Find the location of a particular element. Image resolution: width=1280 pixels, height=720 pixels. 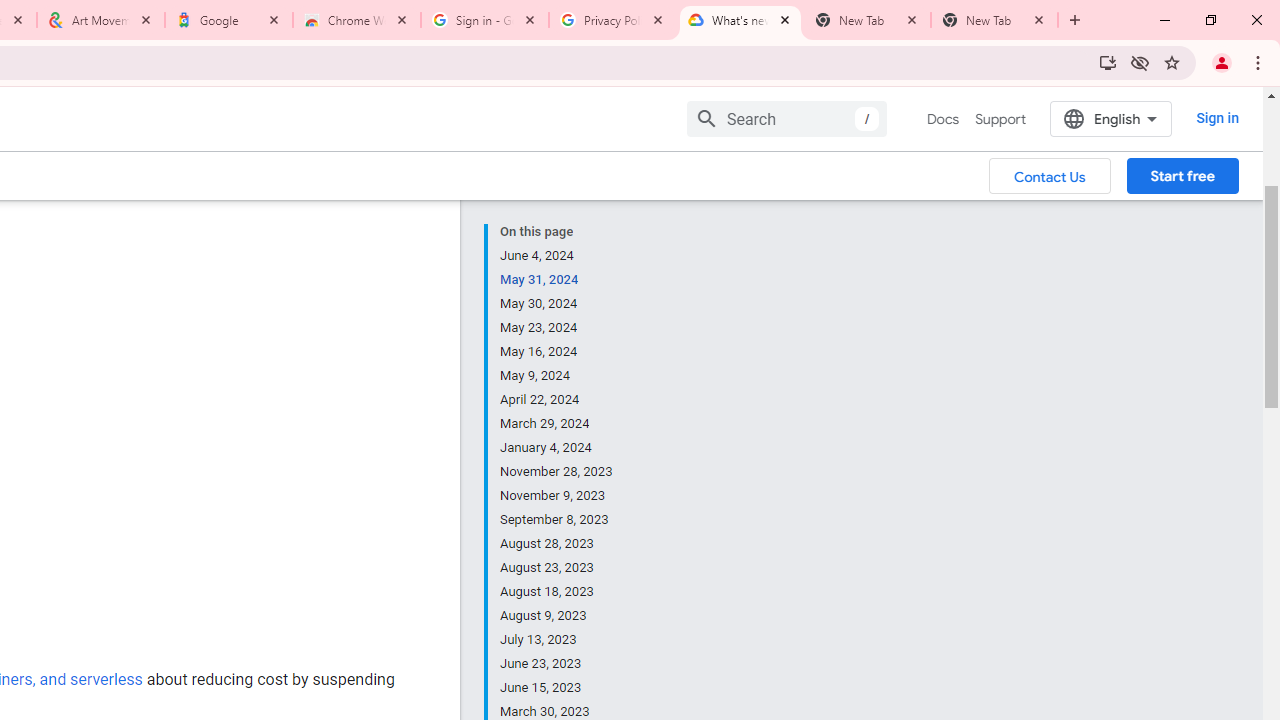

'Contact Us' is located at coordinates (1049, 174).